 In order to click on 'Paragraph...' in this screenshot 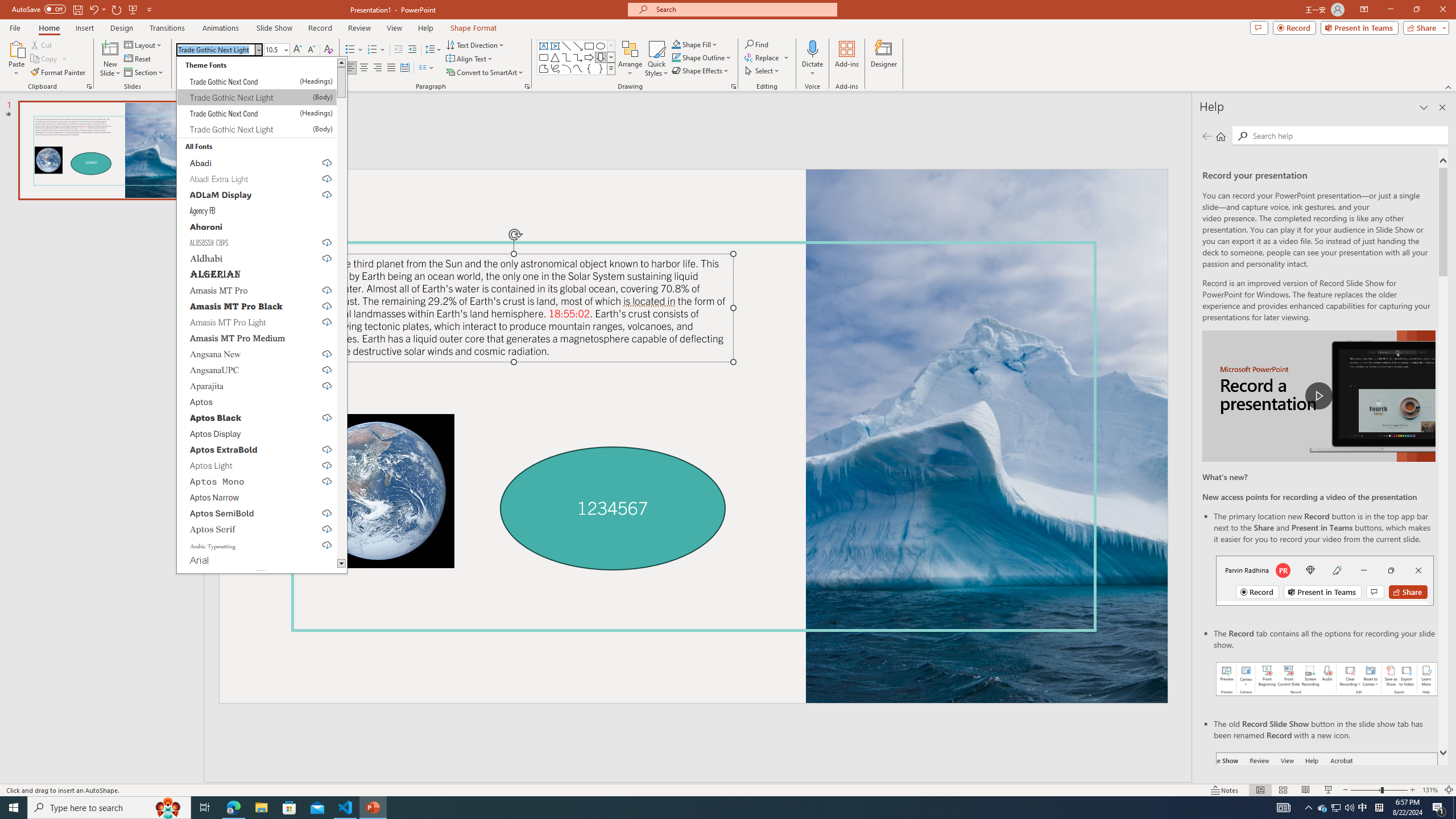, I will do `click(526, 85)`.